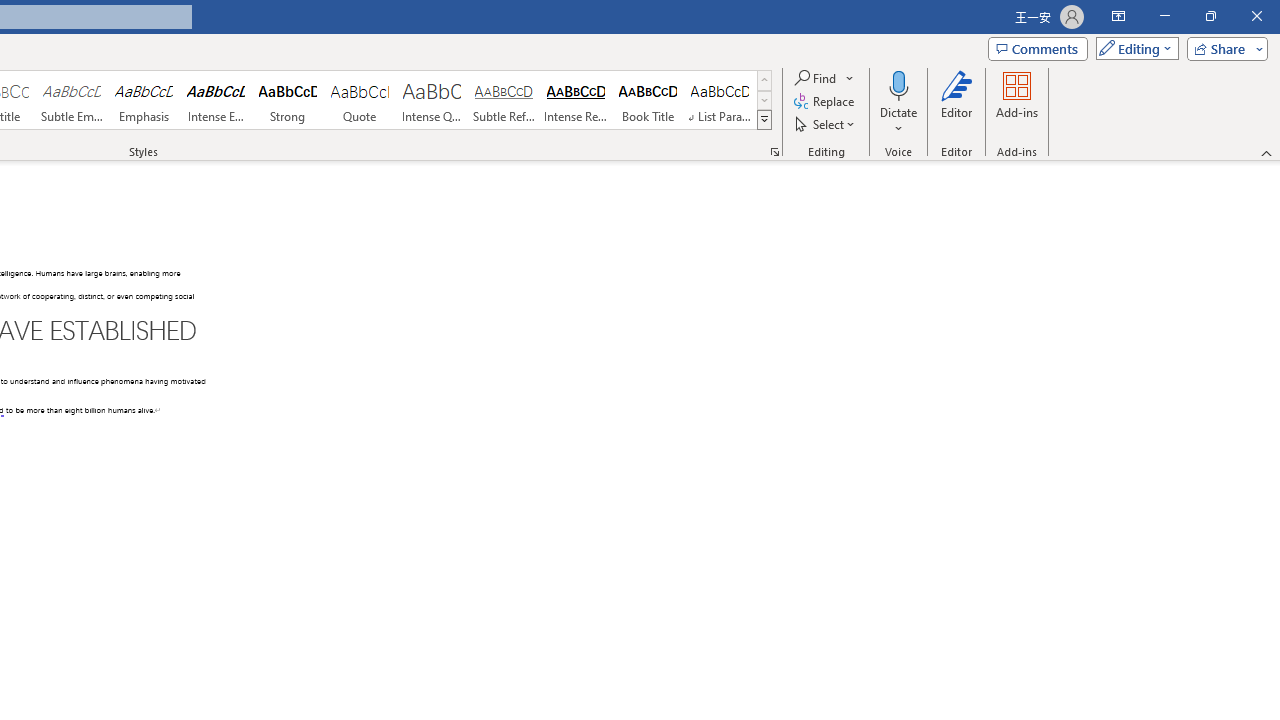 The image size is (1280, 720). What do you see at coordinates (898, 84) in the screenshot?
I see `'Dictate'` at bounding box center [898, 84].